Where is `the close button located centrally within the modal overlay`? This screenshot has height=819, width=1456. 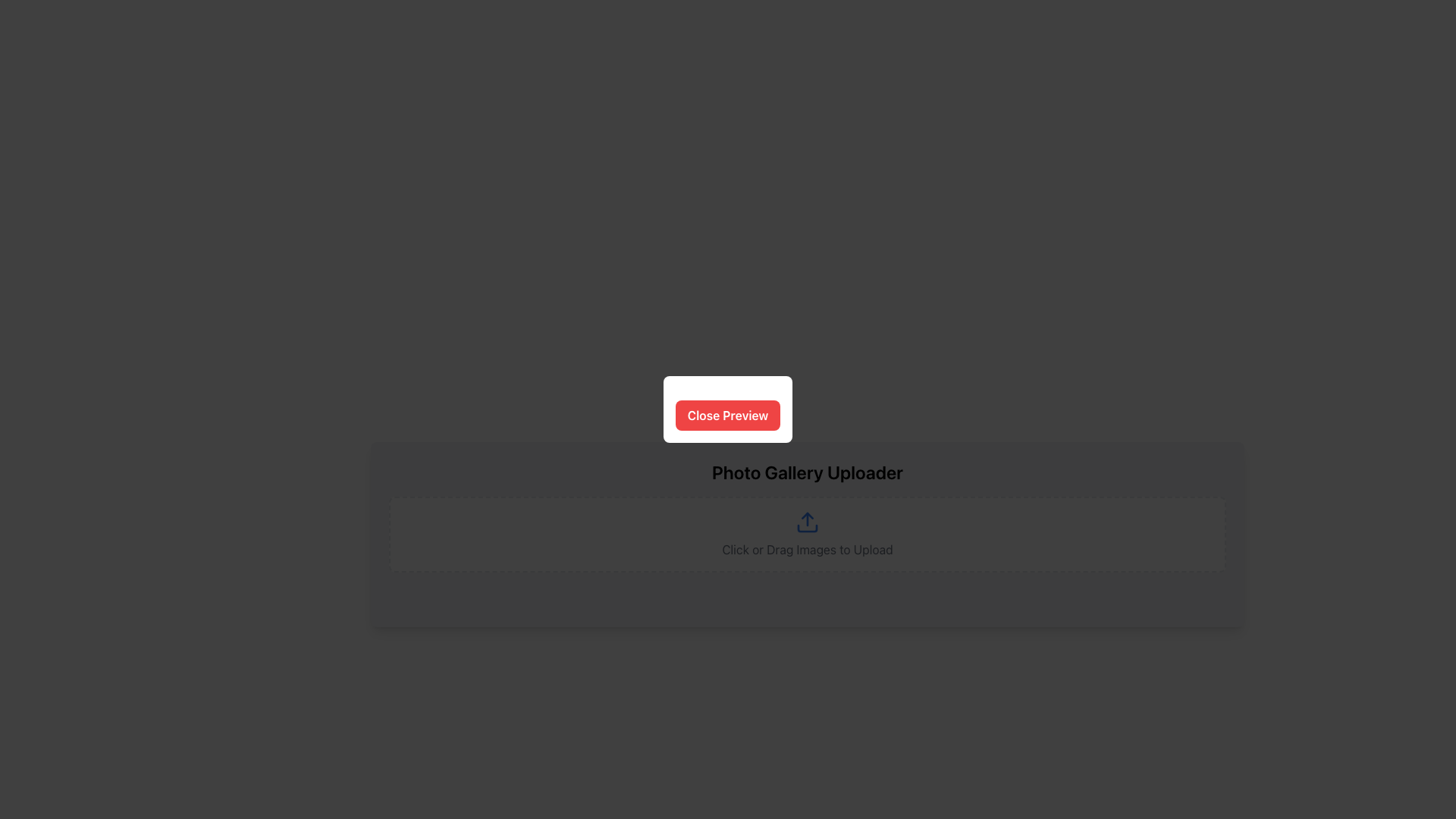 the close button located centrally within the modal overlay is located at coordinates (728, 409).